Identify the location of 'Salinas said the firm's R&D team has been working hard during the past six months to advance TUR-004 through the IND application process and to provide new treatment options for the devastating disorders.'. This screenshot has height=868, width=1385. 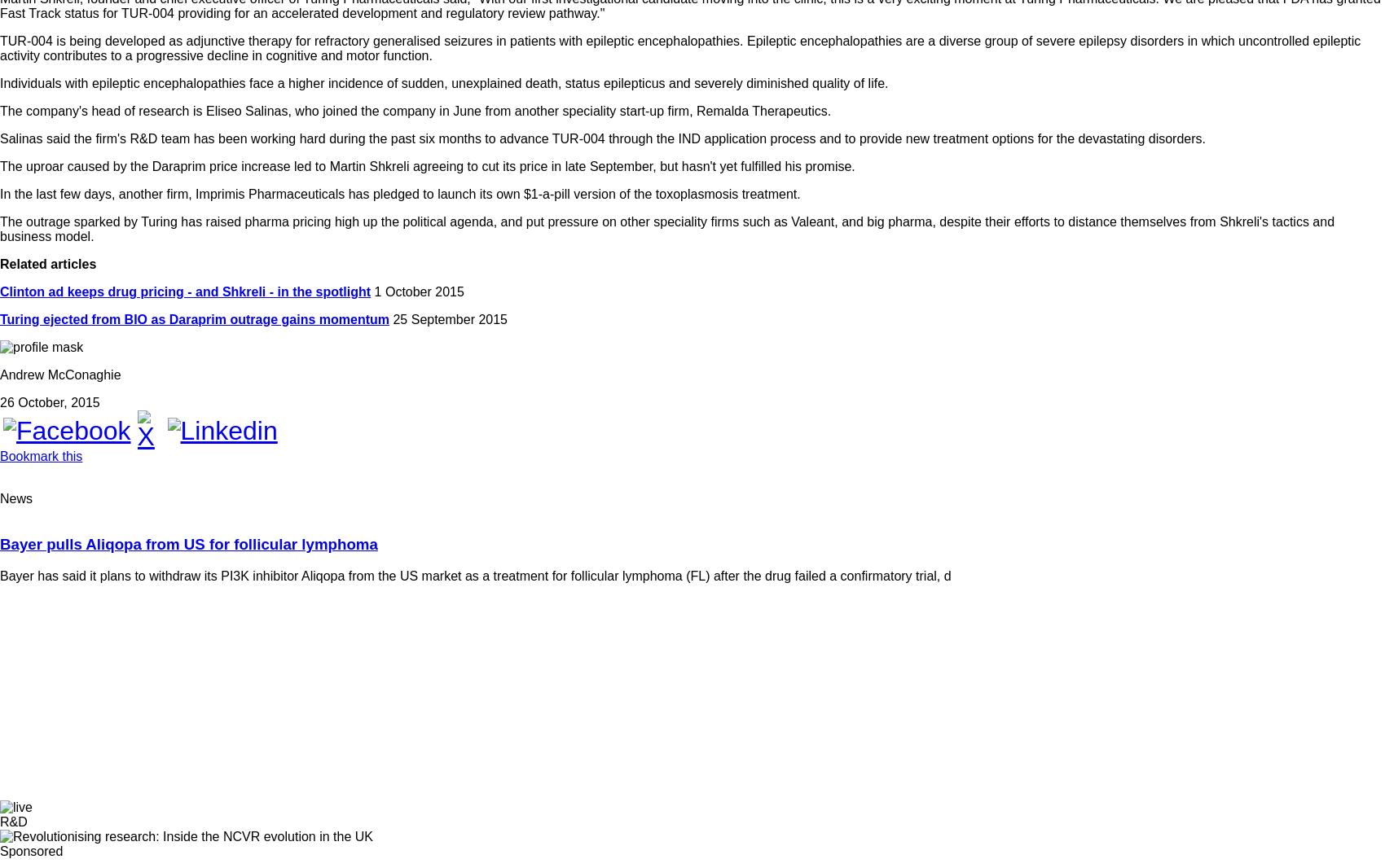
(603, 137).